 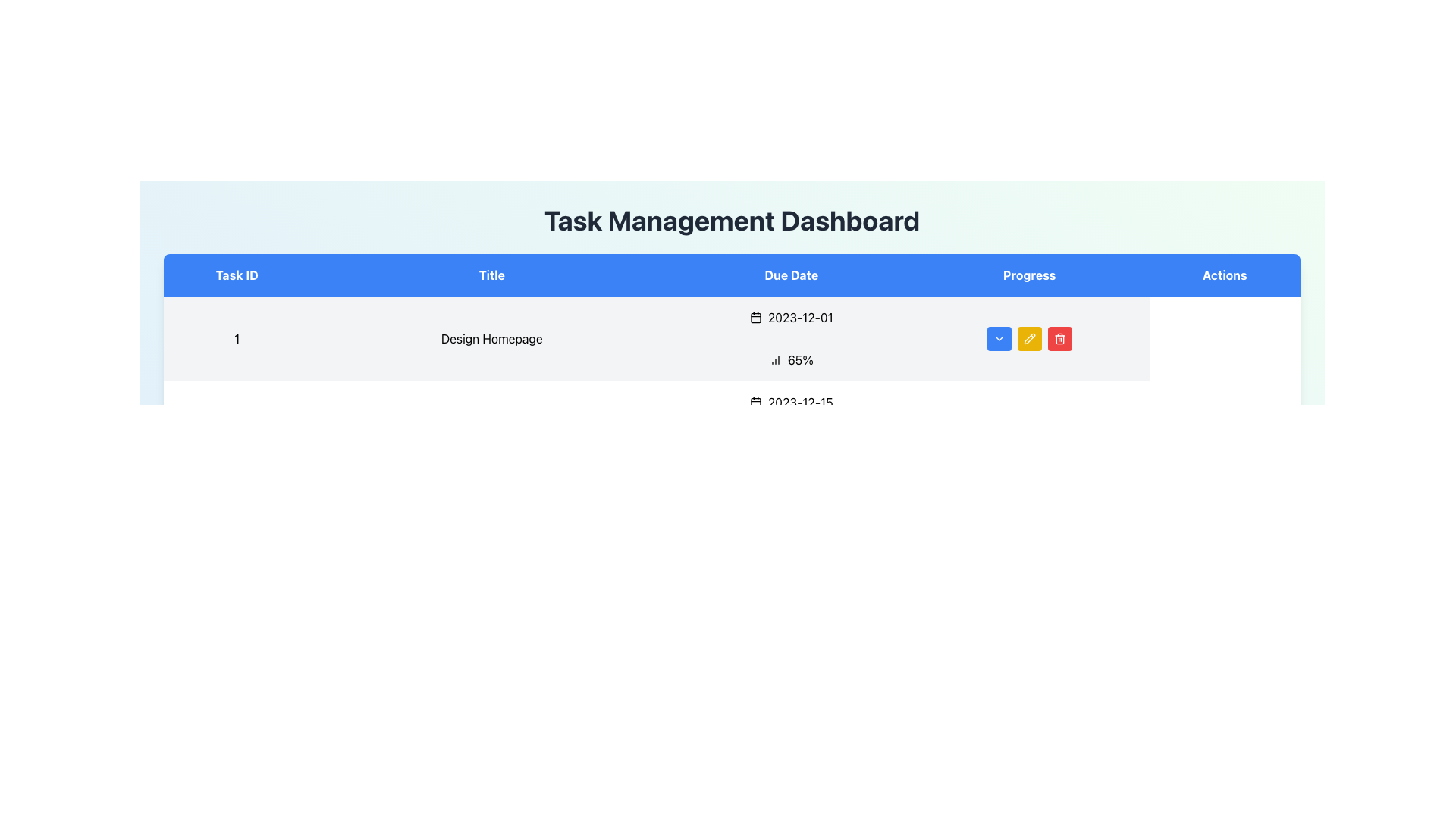 What do you see at coordinates (790, 359) in the screenshot?
I see `the percentage value displayed in the Progress column of the table, located in the first row, between the Due Date and Actions columns` at bounding box center [790, 359].